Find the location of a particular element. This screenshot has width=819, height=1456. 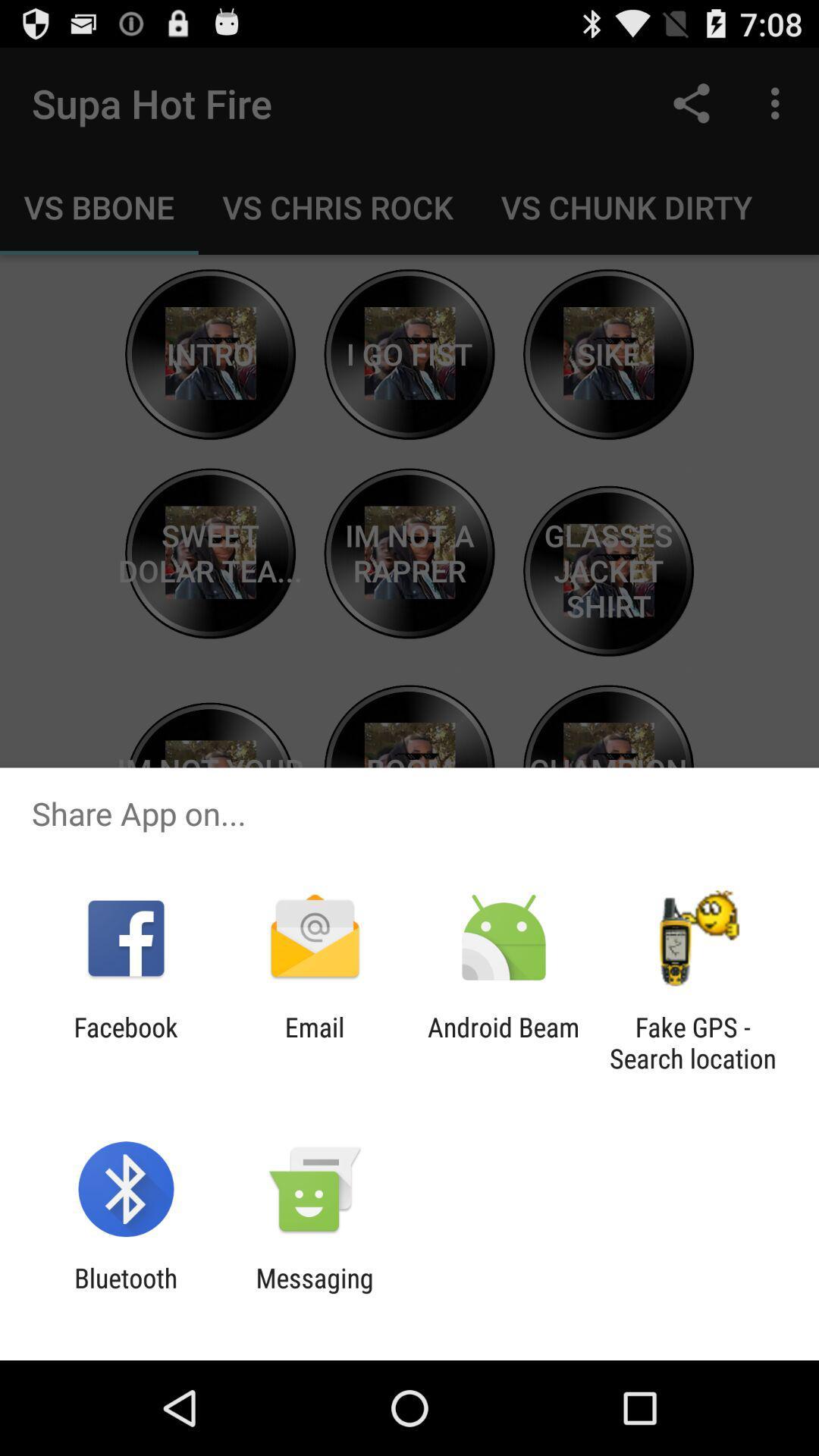

the icon to the right of the facebook icon is located at coordinates (314, 1042).